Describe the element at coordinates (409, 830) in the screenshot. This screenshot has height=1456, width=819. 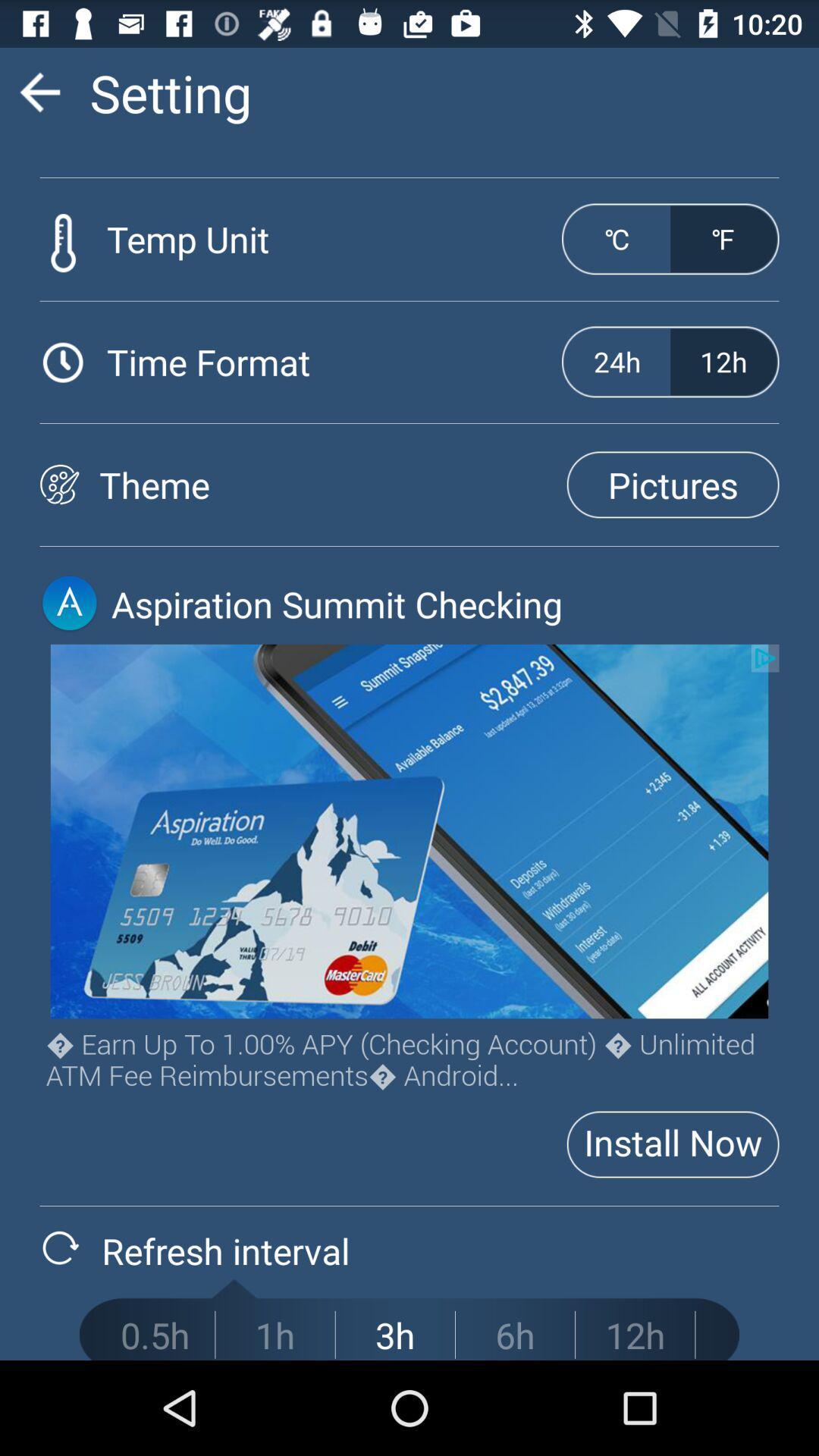
I see `image below aspiration summit checking` at that location.